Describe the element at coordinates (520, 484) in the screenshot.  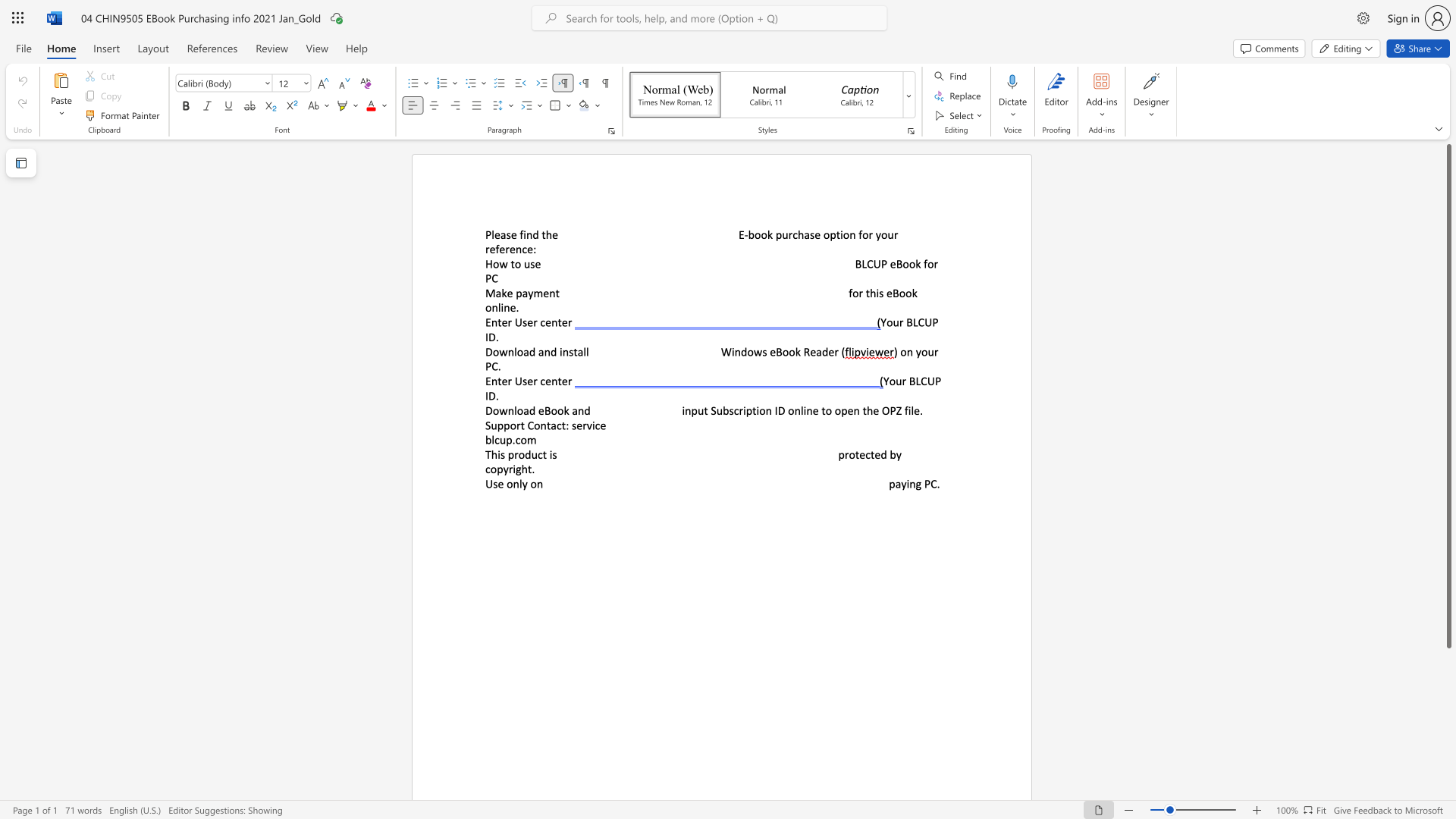
I see `the 1th character "l" in the text` at that location.